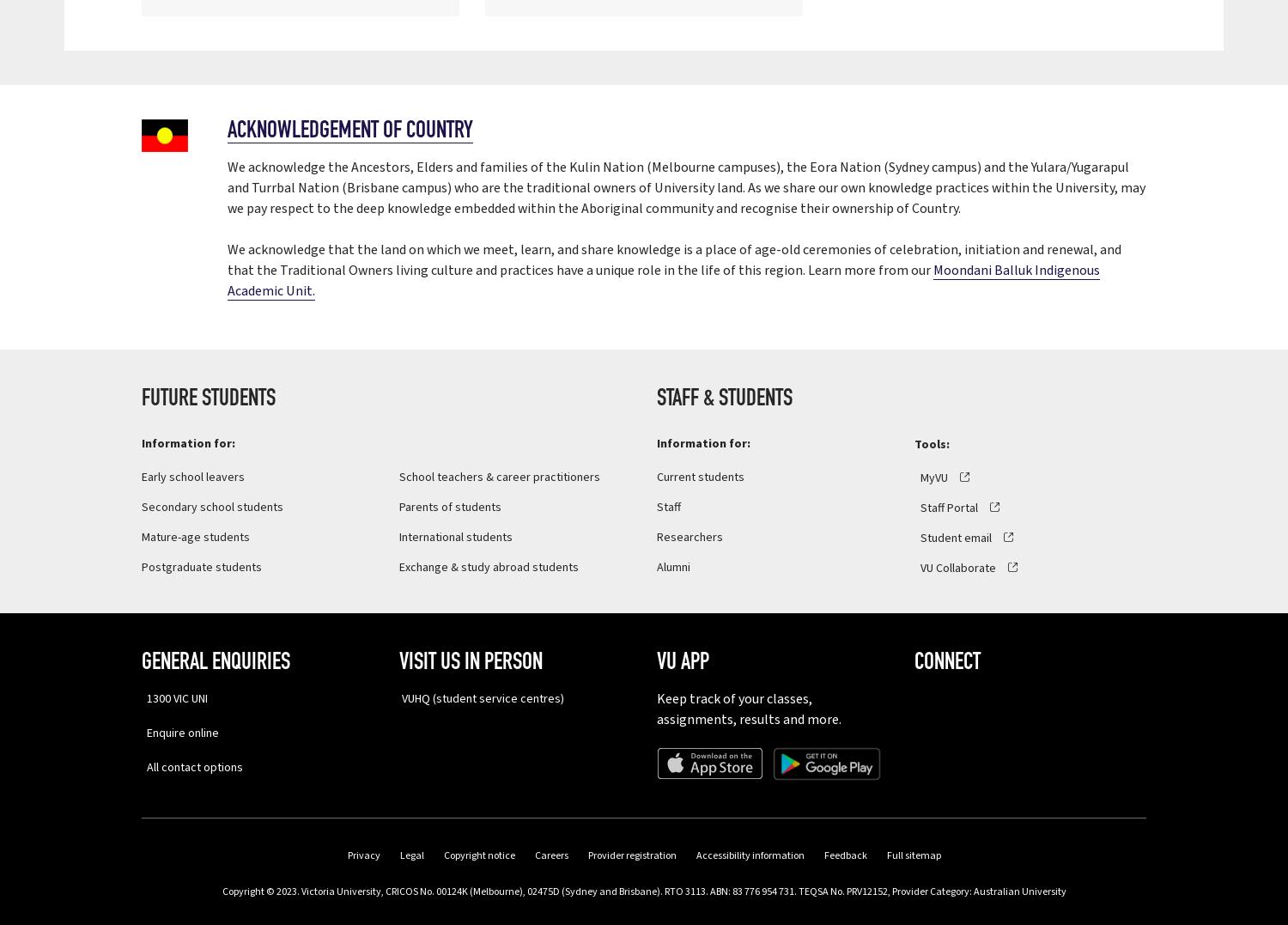  Describe the element at coordinates (142, 731) in the screenshot. I see `'Enquire online'` at that location.